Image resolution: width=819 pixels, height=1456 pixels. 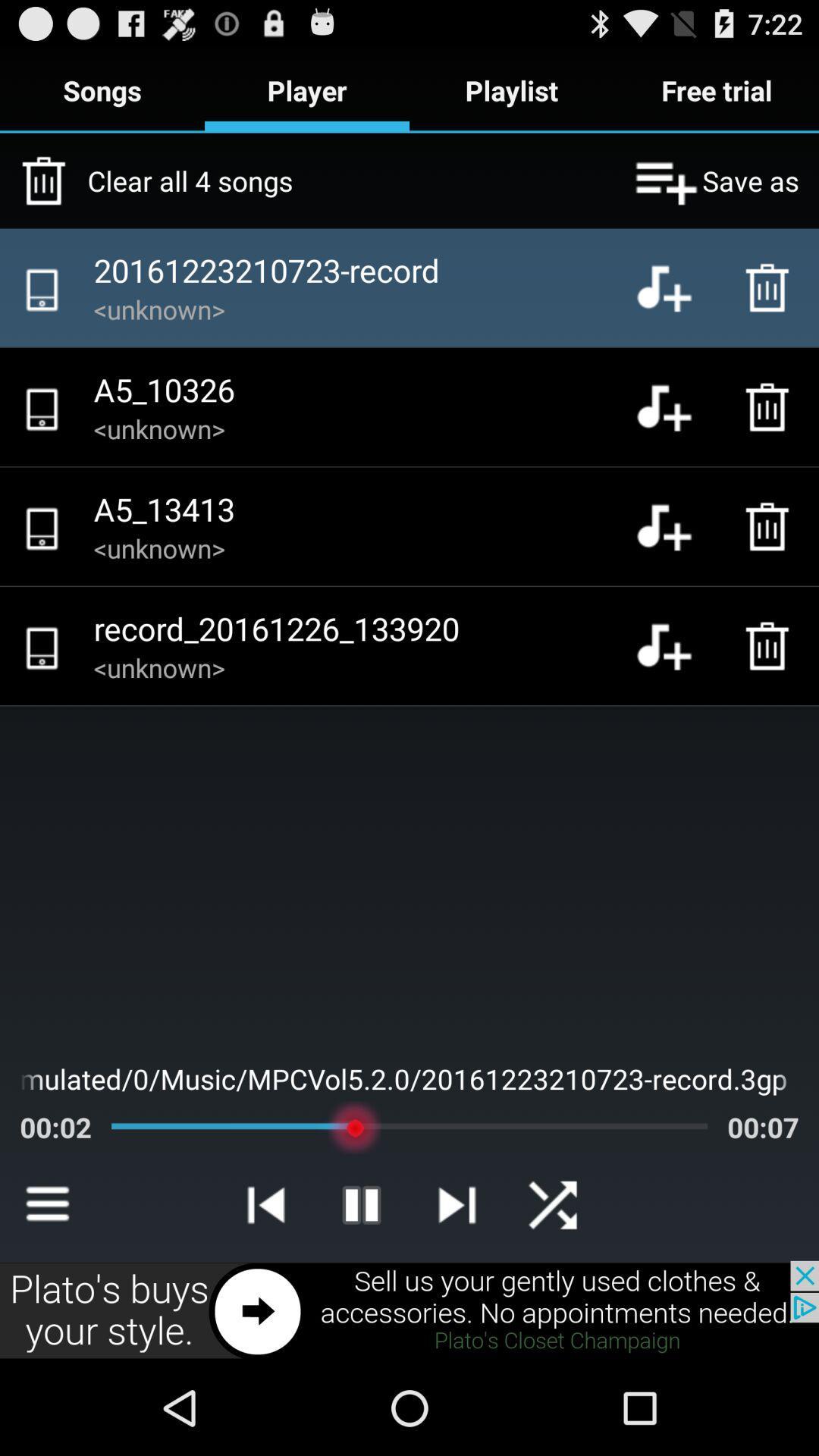 What do you see at coordinates (675, 526) in the screenshot?
I see `sound` at bounding box center [675, 526].